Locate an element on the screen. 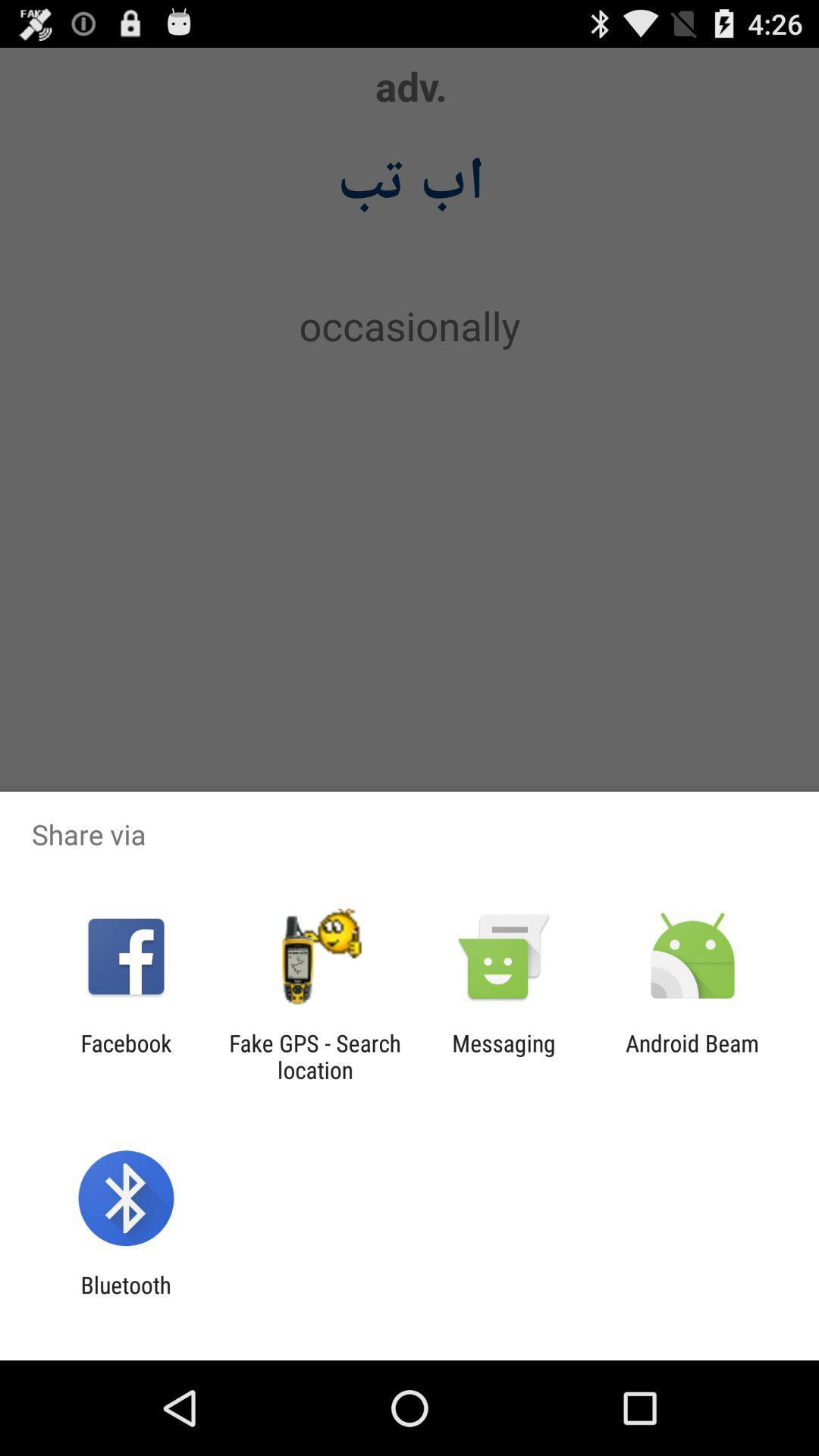 The height and width of the screenshot is (1456, 819). messaging is located at coordinates (504, 1056).